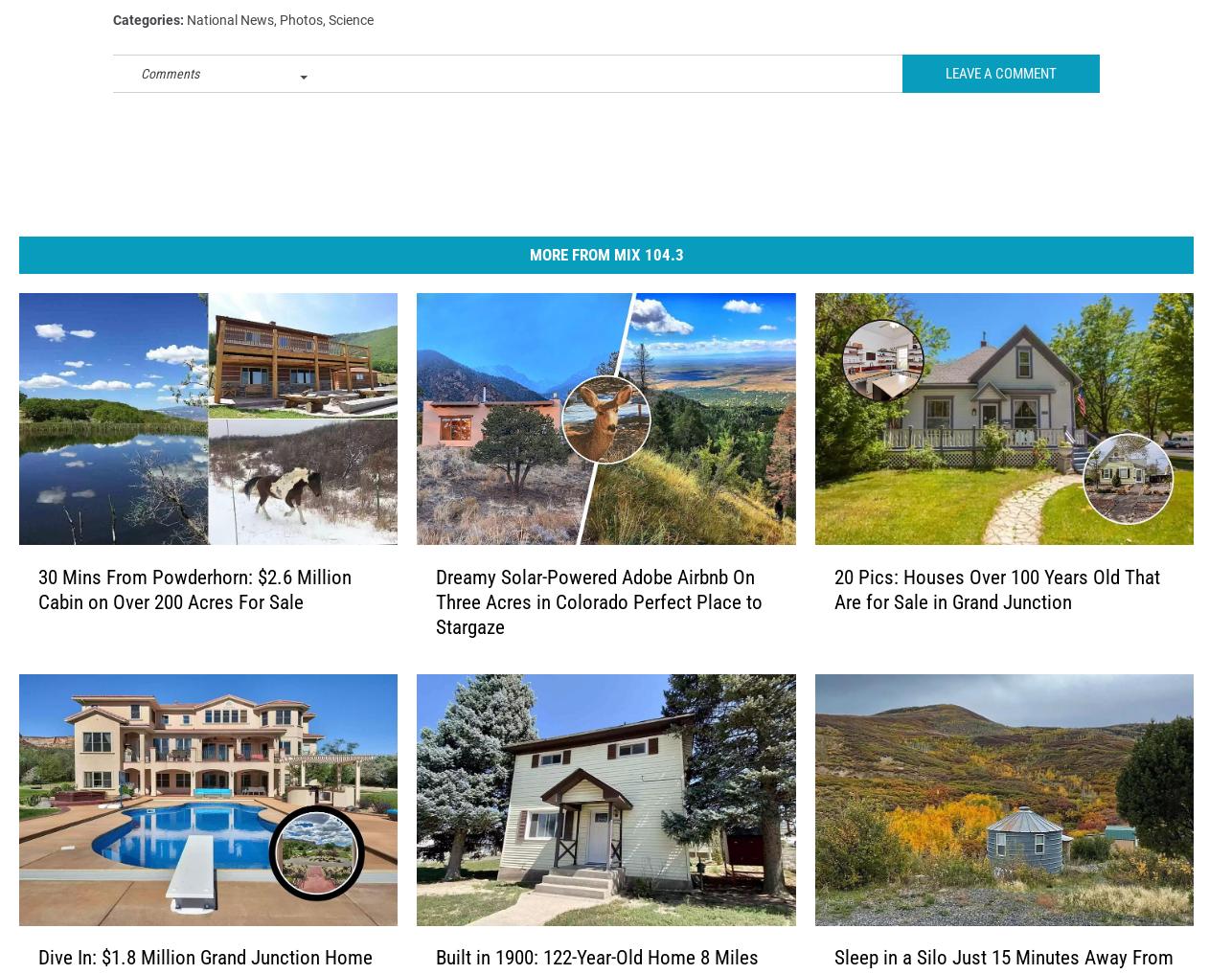  What do you see at coordinates (301, 48) in the screenshot?
I see `'Photos'` at bounding box center [301, 48].